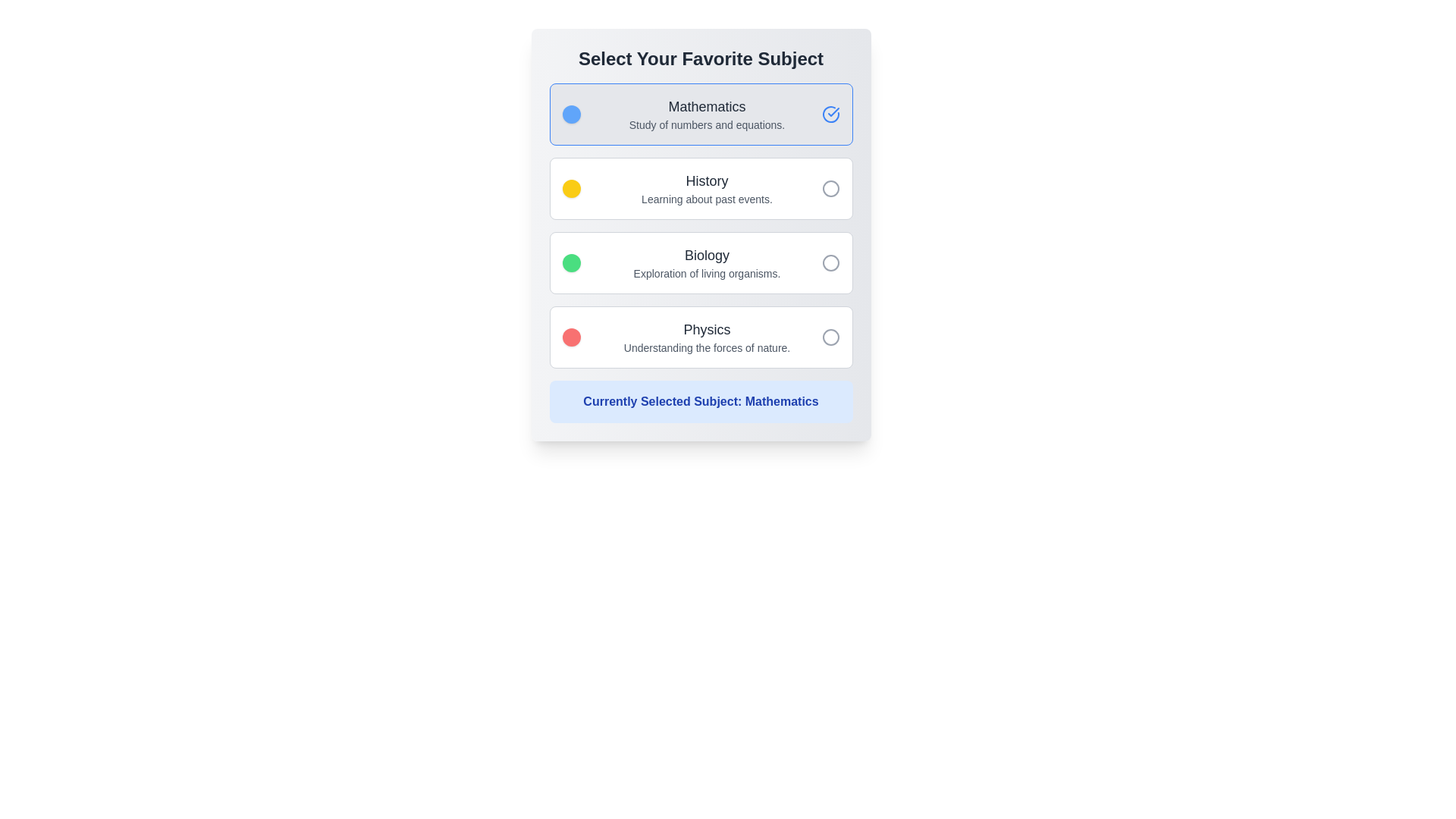 The height and width of the screenshot is (819, 1456). Describe the element at coordinates (830, 188) in the screenshot. I see `the Circle graphical element located to the right of the 'History' option, which is styled to match adjacent buttons in the vertical list of selectable subject options` at that location.